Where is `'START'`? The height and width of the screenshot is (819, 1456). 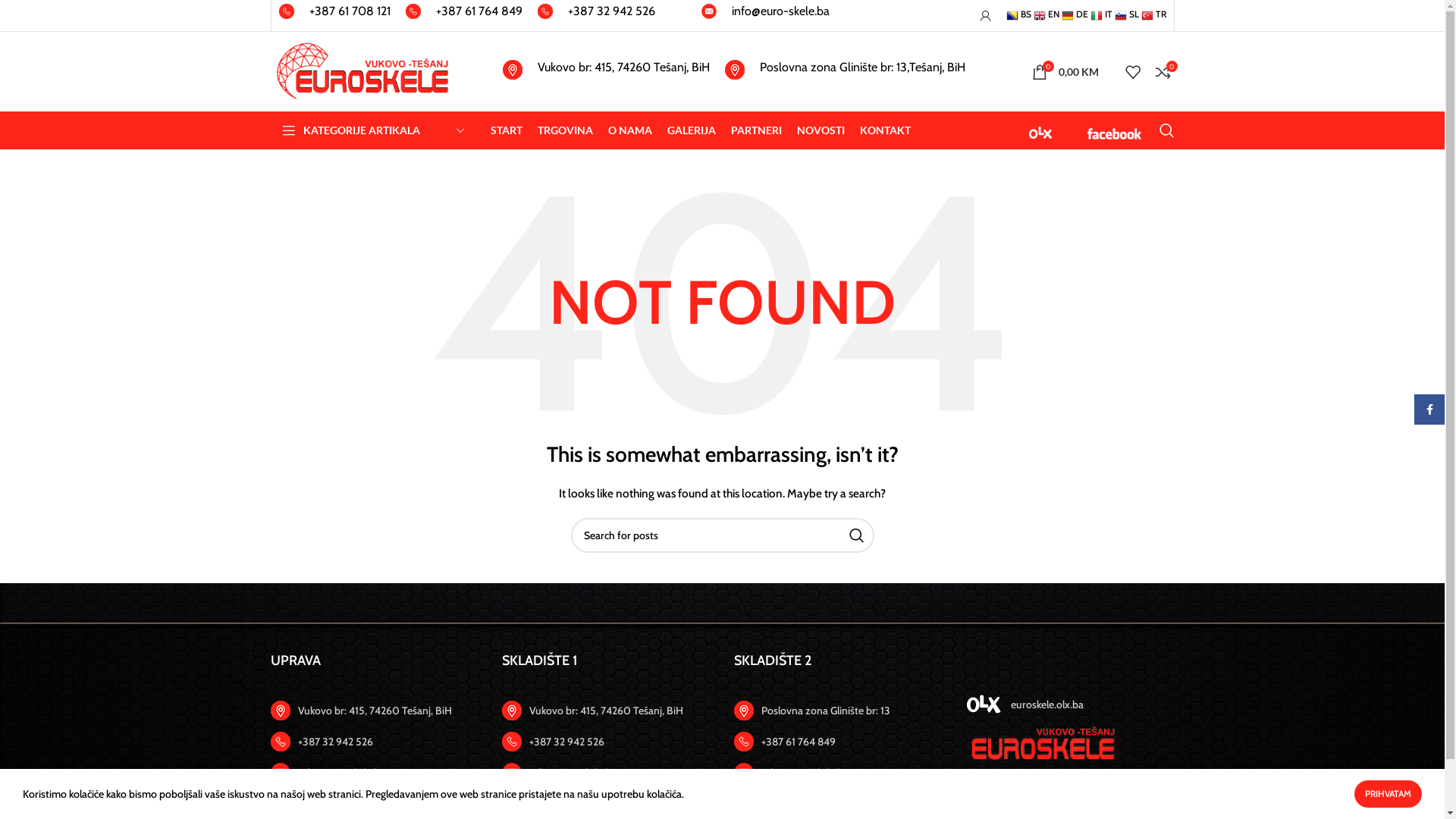 'START' is located at coordinates (506, 130).